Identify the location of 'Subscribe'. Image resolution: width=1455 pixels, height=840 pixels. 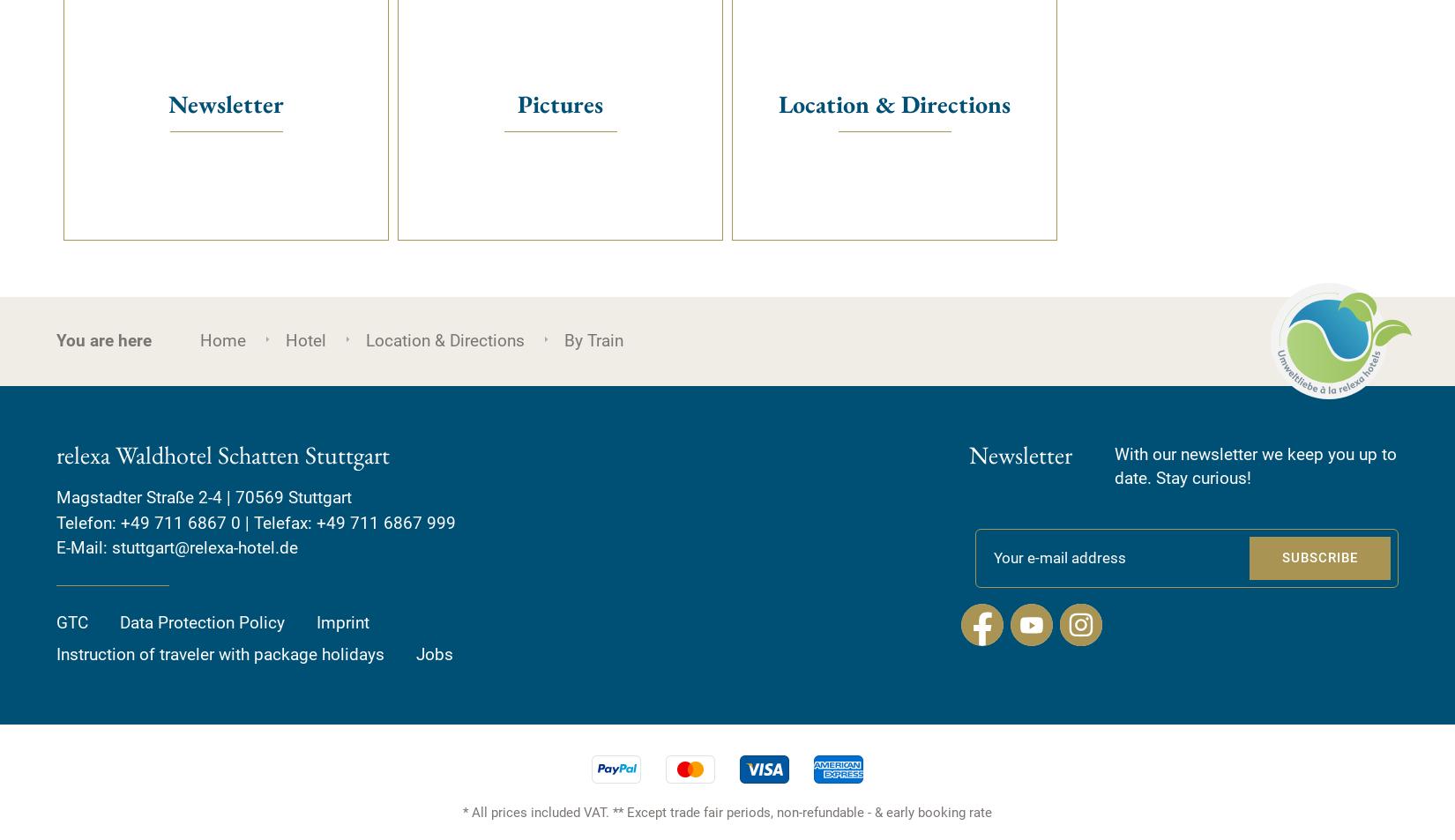
(1319, 557).